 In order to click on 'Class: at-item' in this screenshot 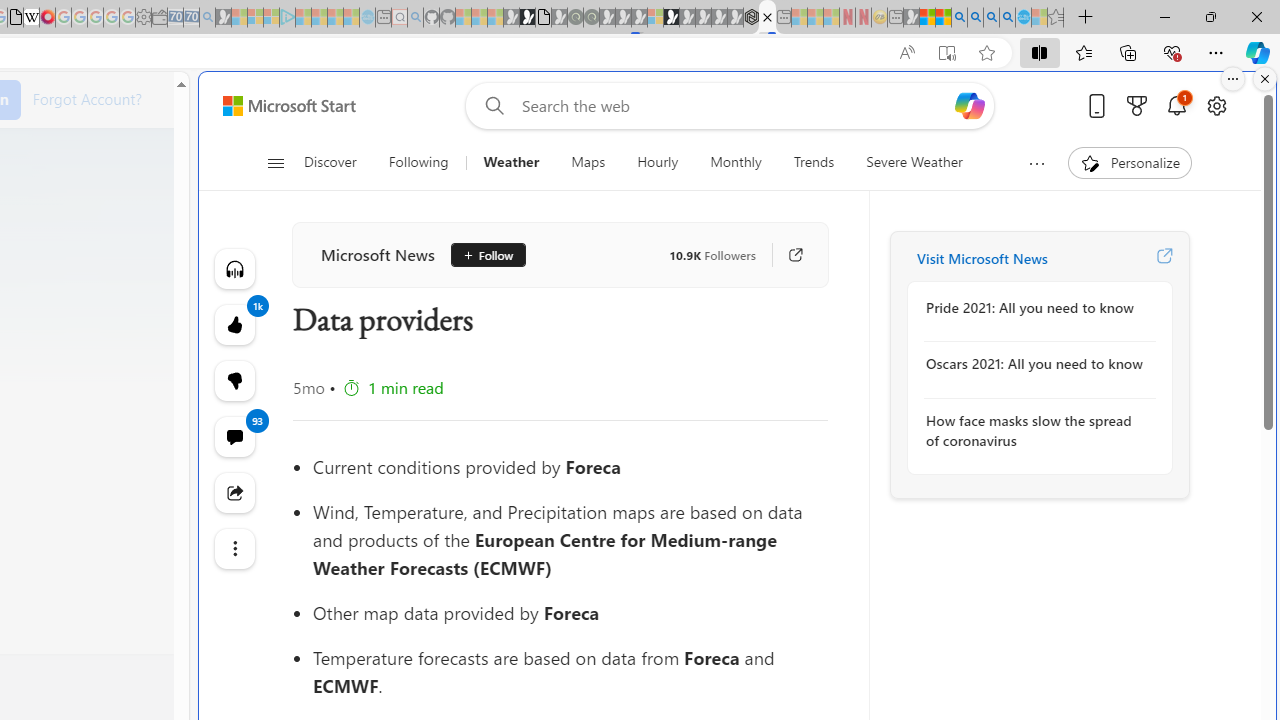, I will do `click(234, 549)`.